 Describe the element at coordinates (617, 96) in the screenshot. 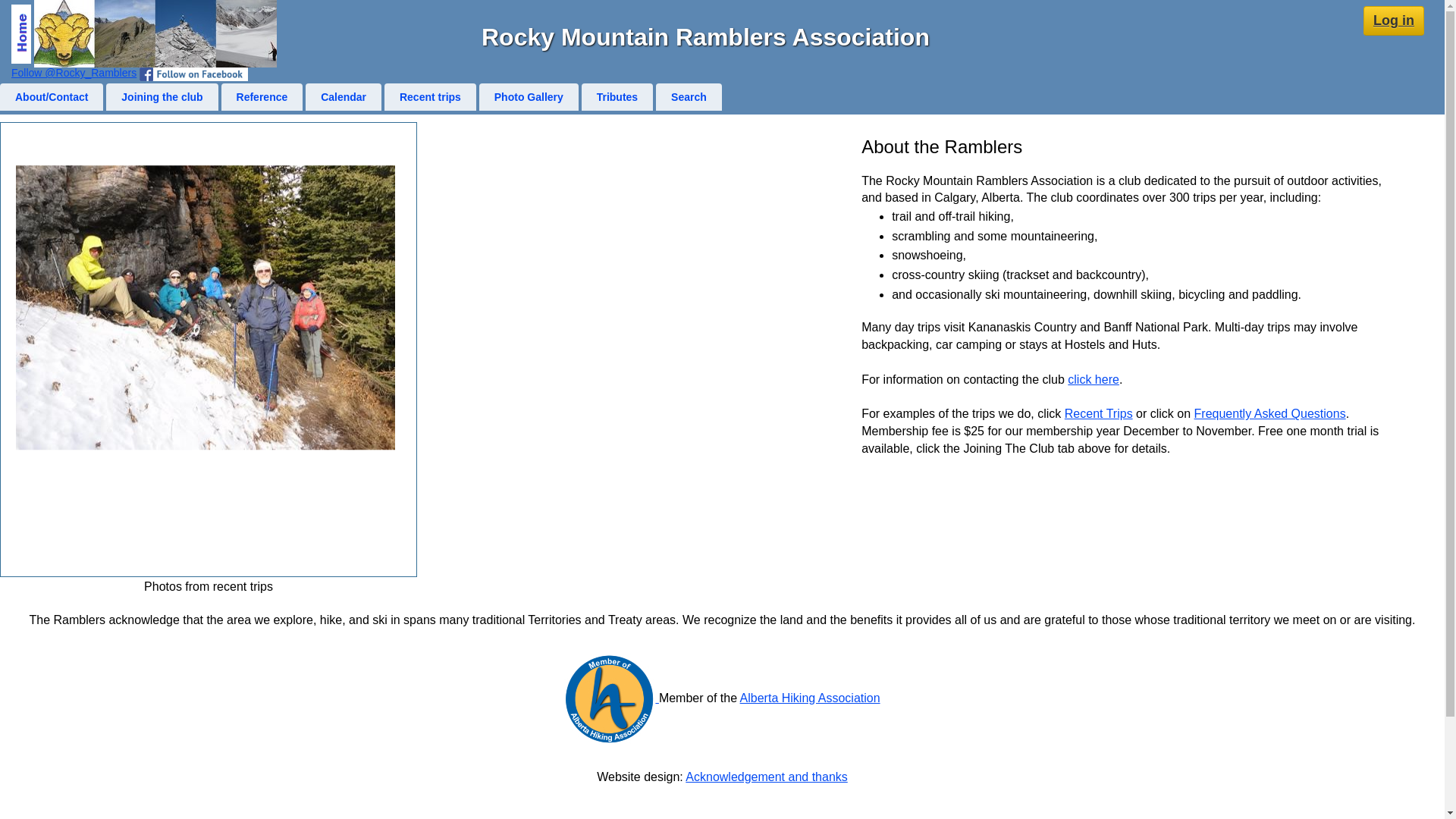

I see `'Tributes'` at that location.